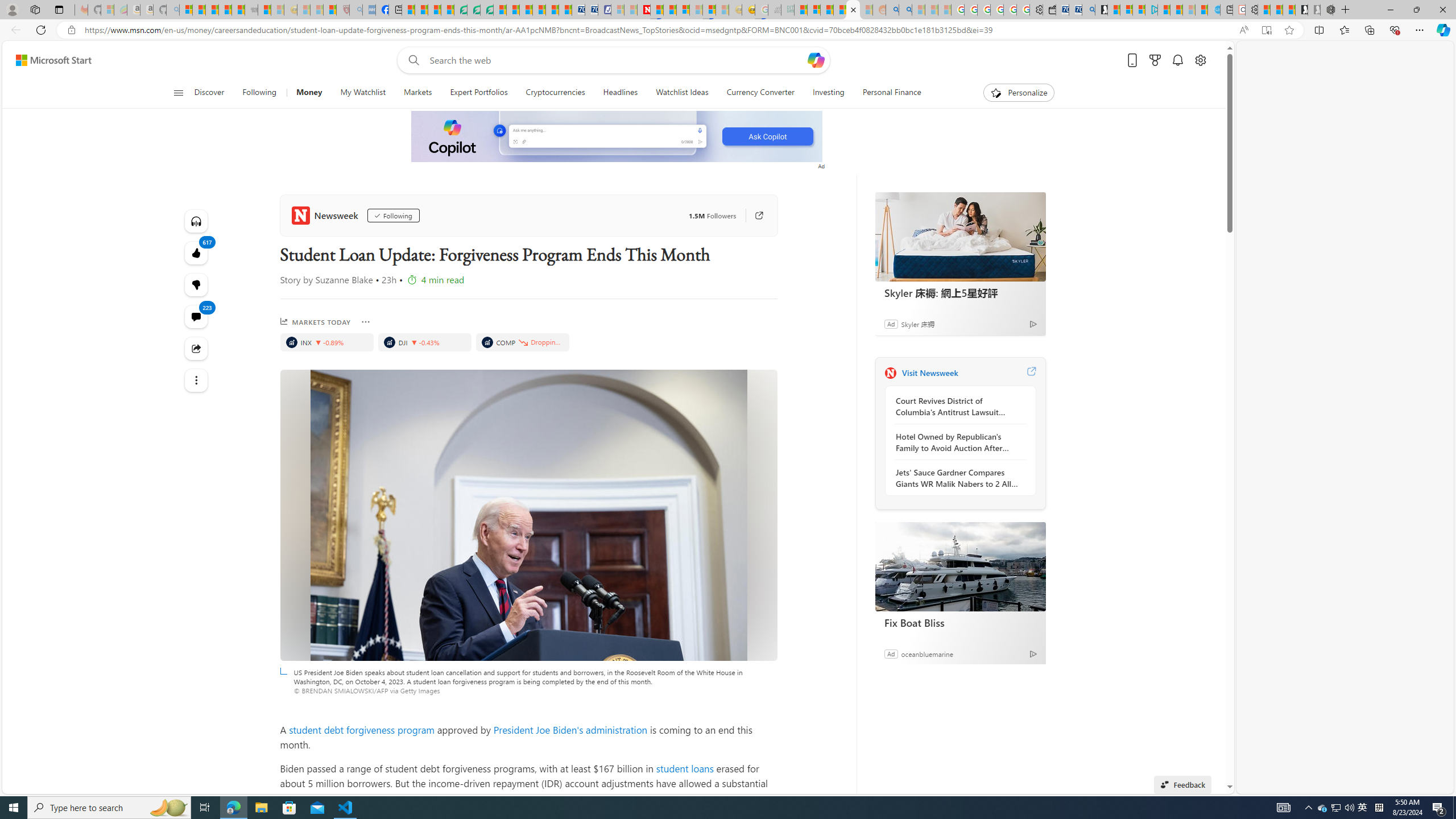 The width and height of the screenshot is (1456, 819). What do you see at coordinates (196, 316) in the screenshot?
I see `'View comments 223 Comment'` at bounding box center [196, 316].